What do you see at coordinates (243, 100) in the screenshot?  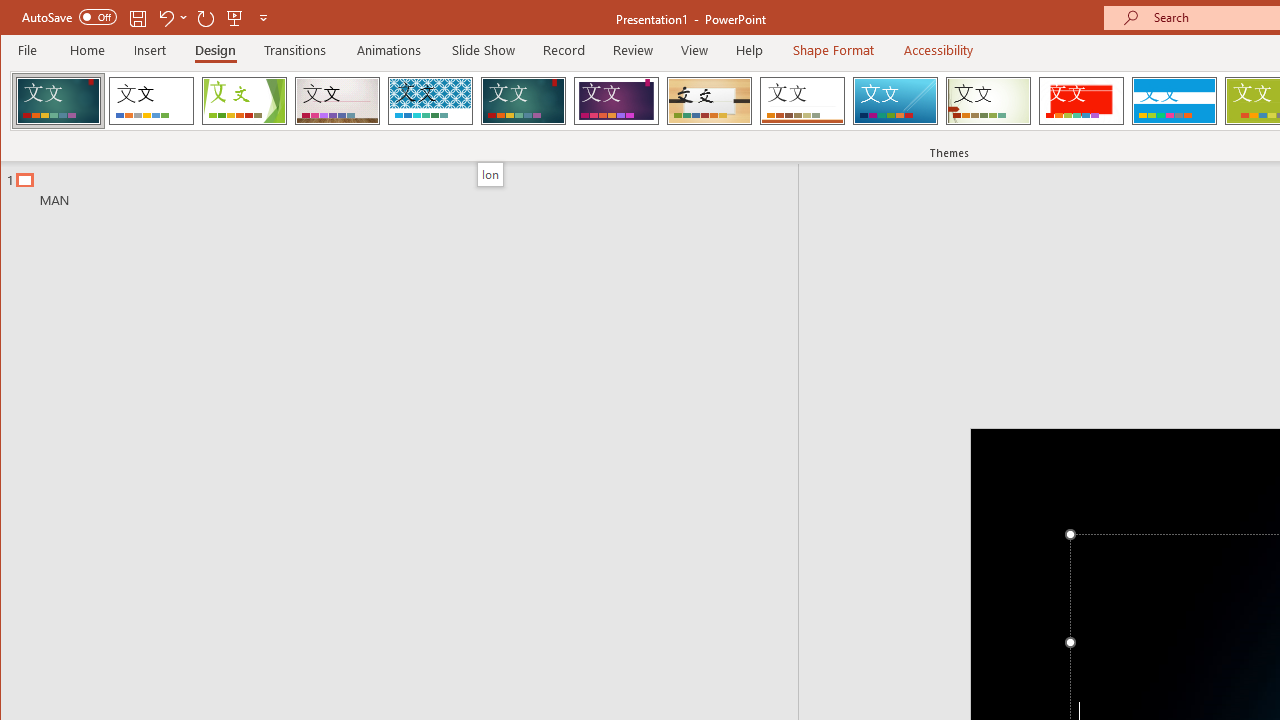 I see `'Facet'` at bounding box center [243, 100].